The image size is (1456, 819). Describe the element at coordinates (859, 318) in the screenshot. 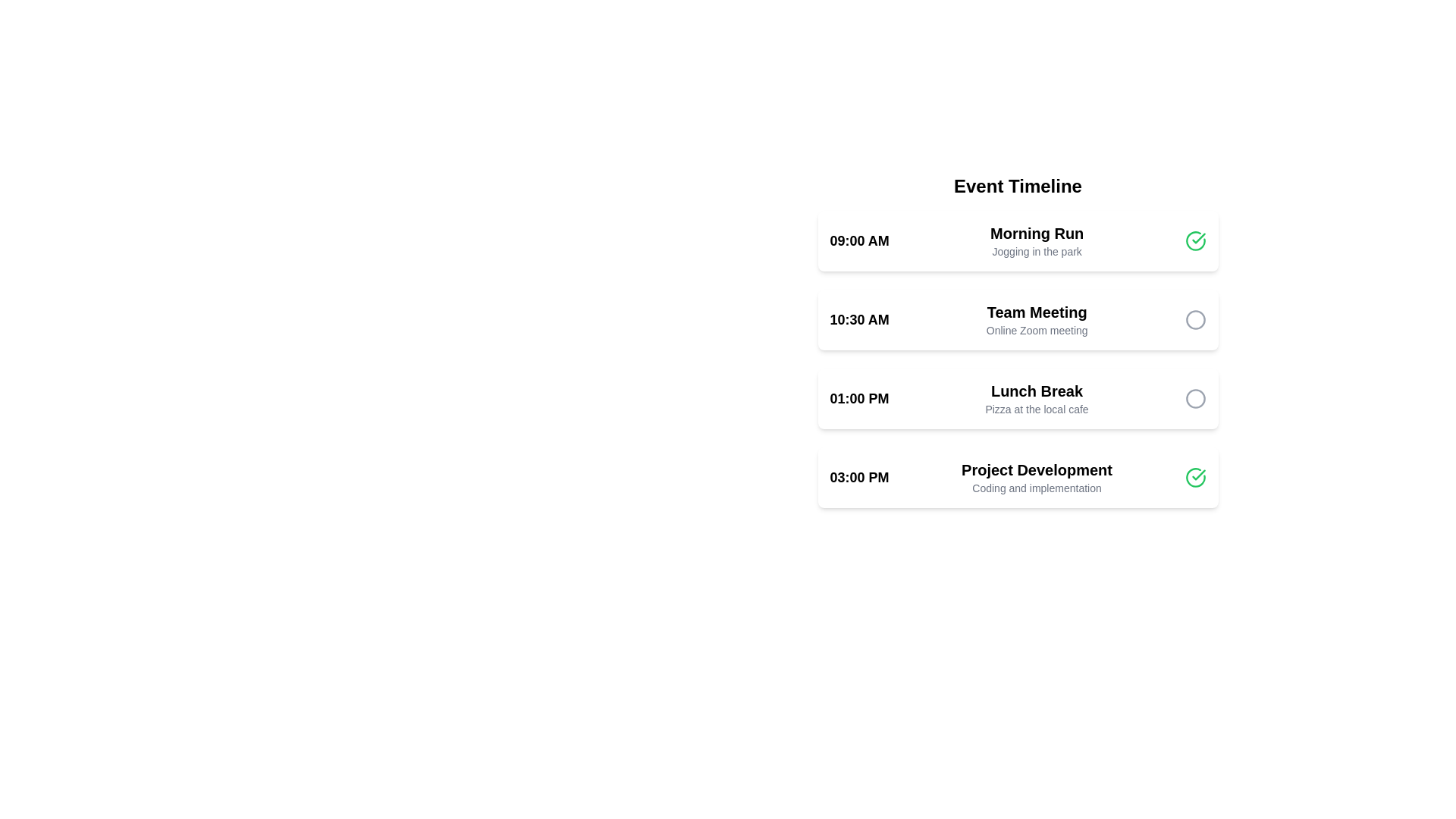

I see `the Text Label that represents the start time for the 'Team Meeting' event on the schedule interface` at that location.